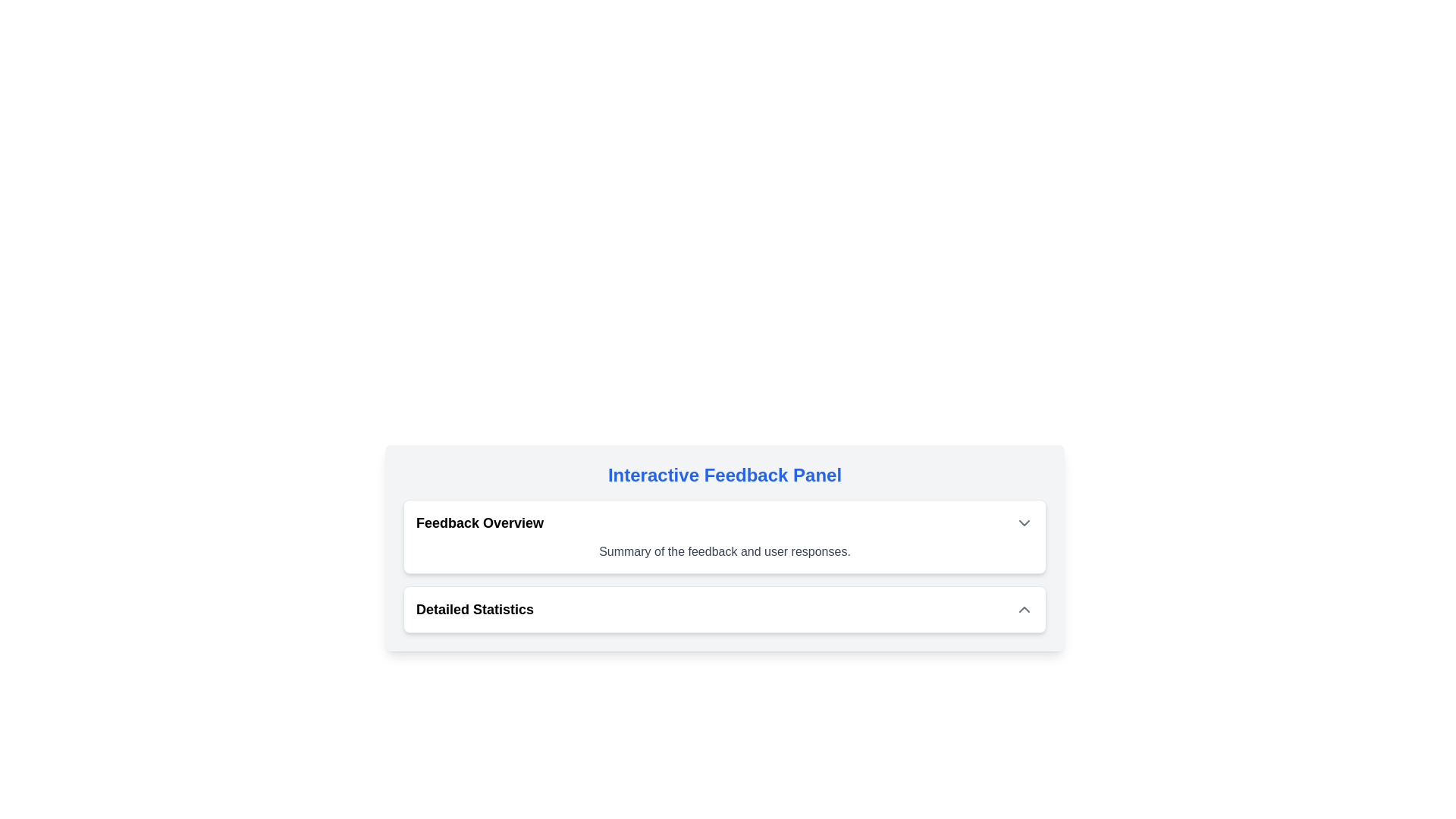  What do you see at coordinates (723, 552) in the screenshot?
I see `the text label providing a summary for the 'Feedback Overview' section, which is located below the header and centered horizontally in the main panel` at bounding box center [723, 552].